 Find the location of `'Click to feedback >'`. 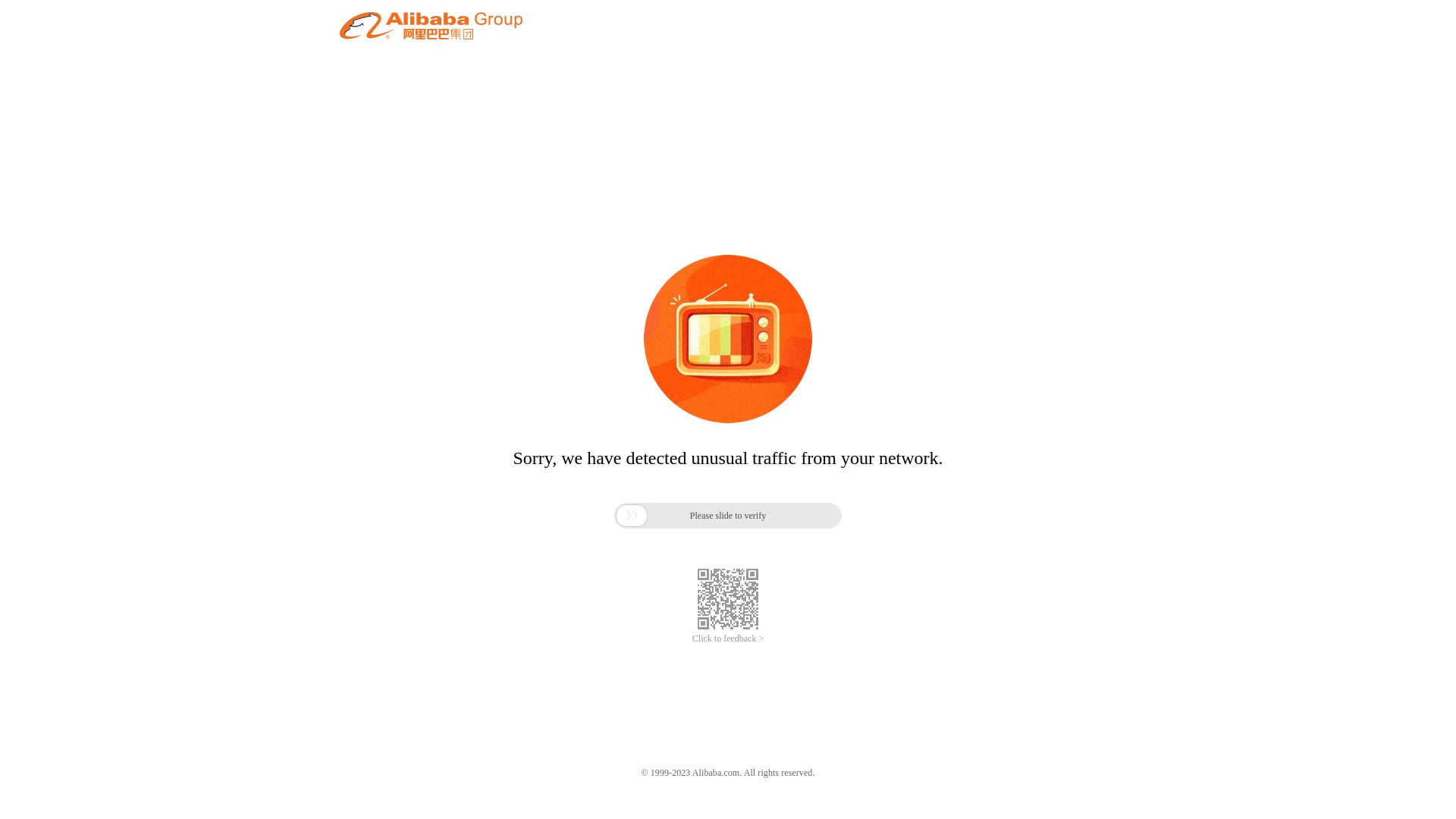

'Click to feedback >' is located at coordinates (728, 639).